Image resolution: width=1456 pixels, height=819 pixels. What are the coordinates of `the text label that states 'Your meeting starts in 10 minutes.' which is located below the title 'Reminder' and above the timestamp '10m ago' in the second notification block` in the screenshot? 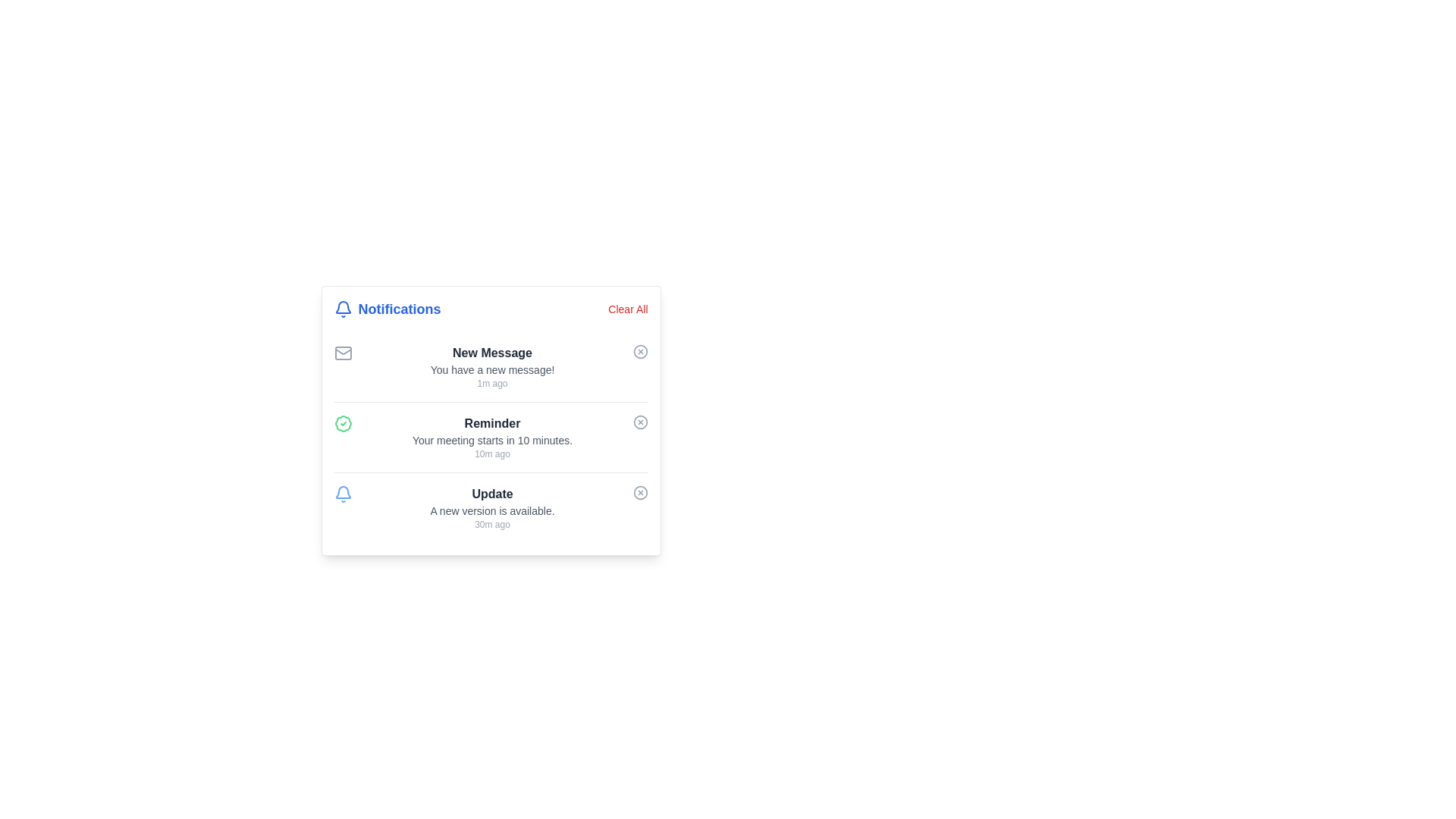 It's located at (492, 441).